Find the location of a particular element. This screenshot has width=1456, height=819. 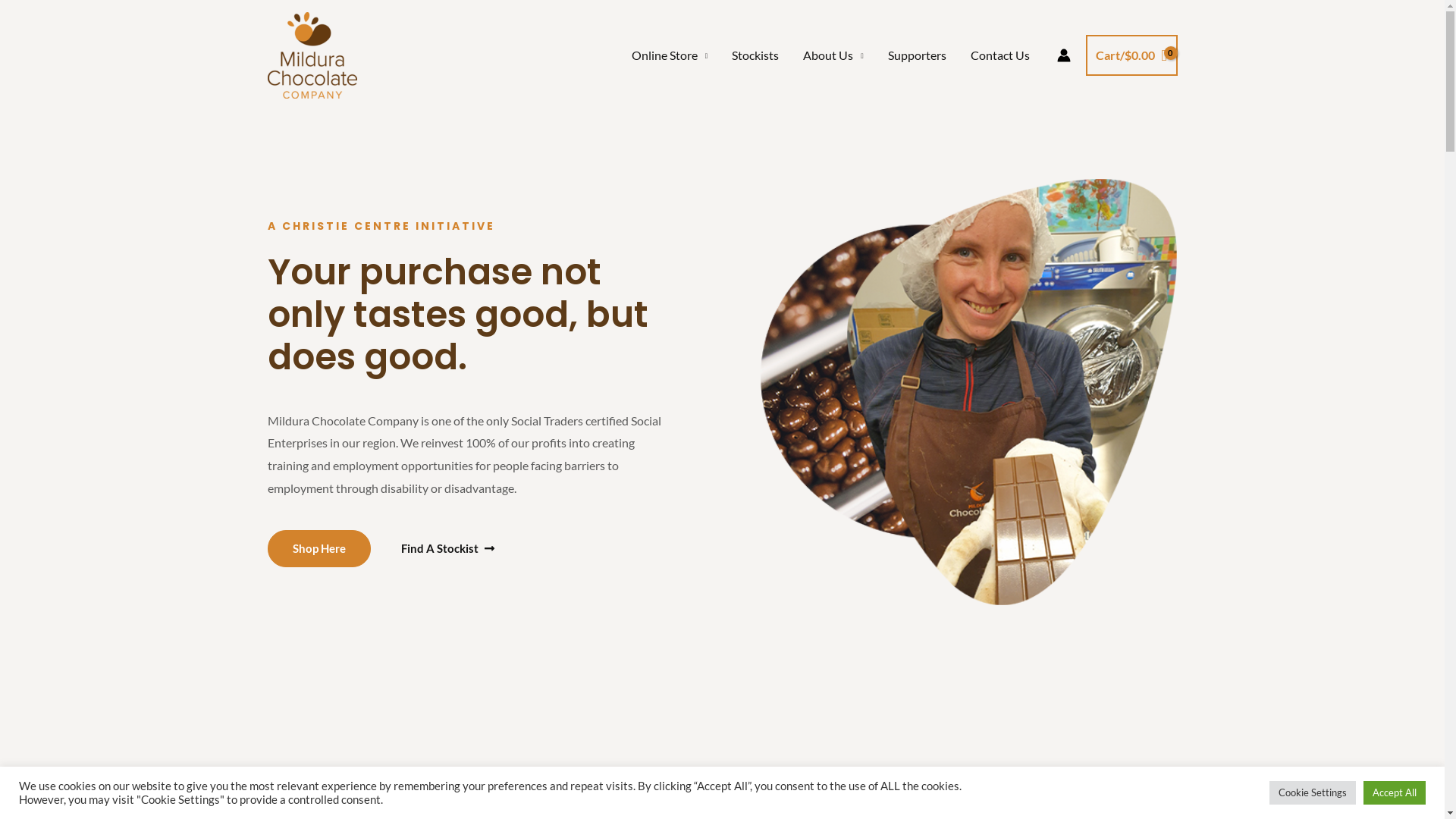

'Cookie Settings' is located at coordinates (1312, 792).